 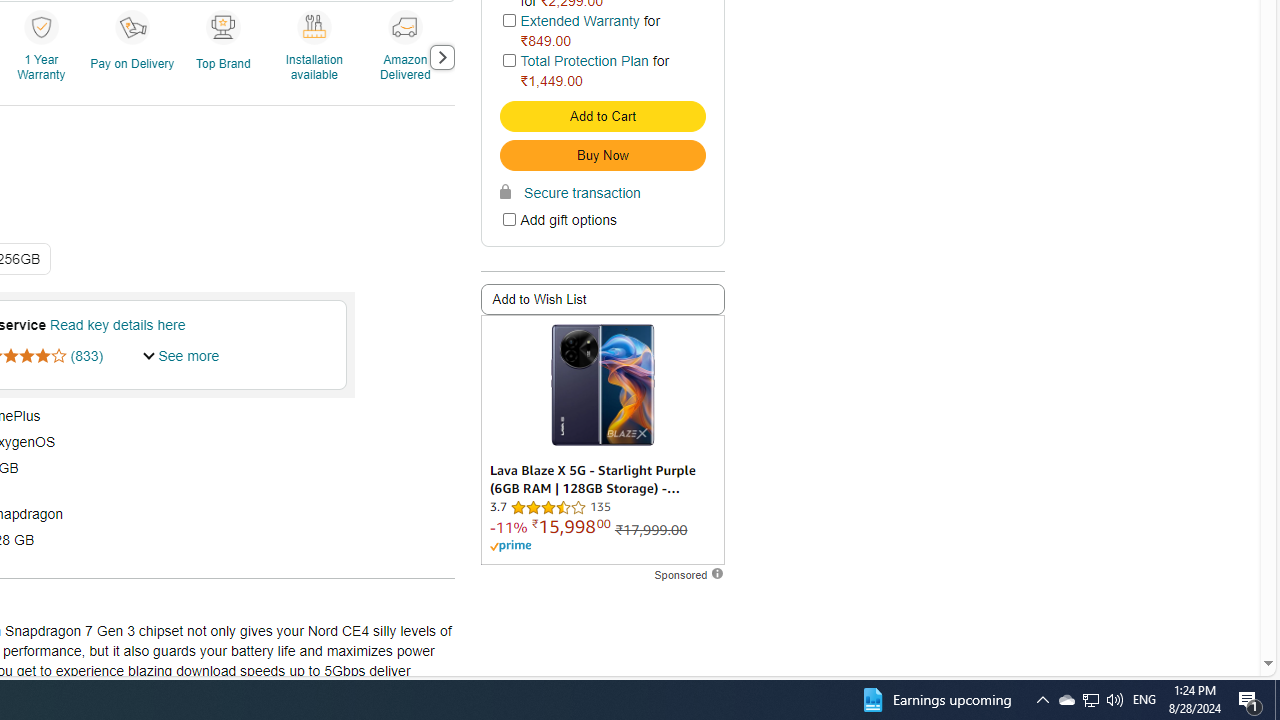 What do you see at coordinates (181, 354) in the screenshot?
I see `'See more'` at bounding box center [181, 354].